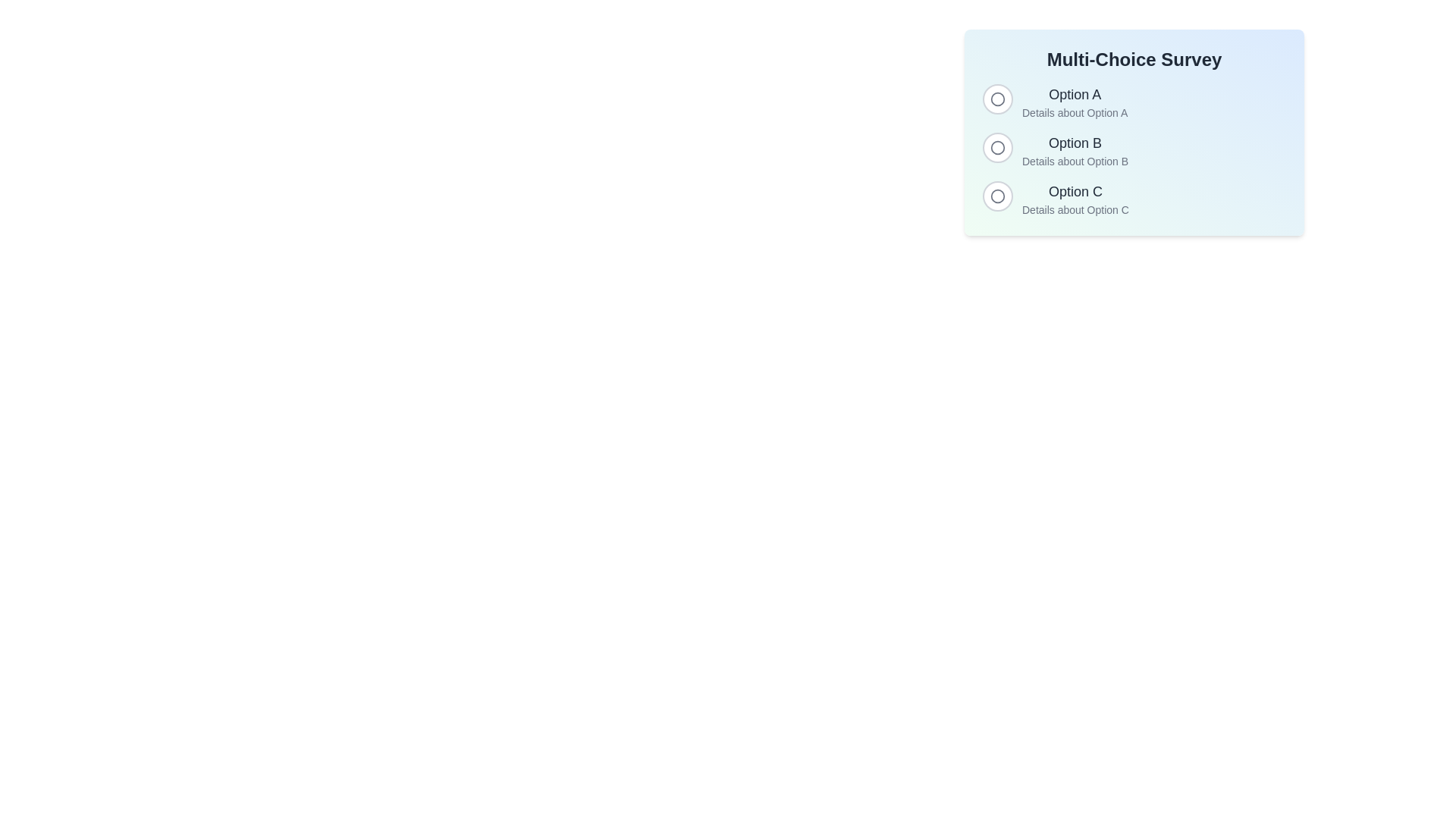  What do you see at coordinates (997, 99) in the screenshot?
I see `the radio button labeled 'Option A'` at bounding box center [997, 99].